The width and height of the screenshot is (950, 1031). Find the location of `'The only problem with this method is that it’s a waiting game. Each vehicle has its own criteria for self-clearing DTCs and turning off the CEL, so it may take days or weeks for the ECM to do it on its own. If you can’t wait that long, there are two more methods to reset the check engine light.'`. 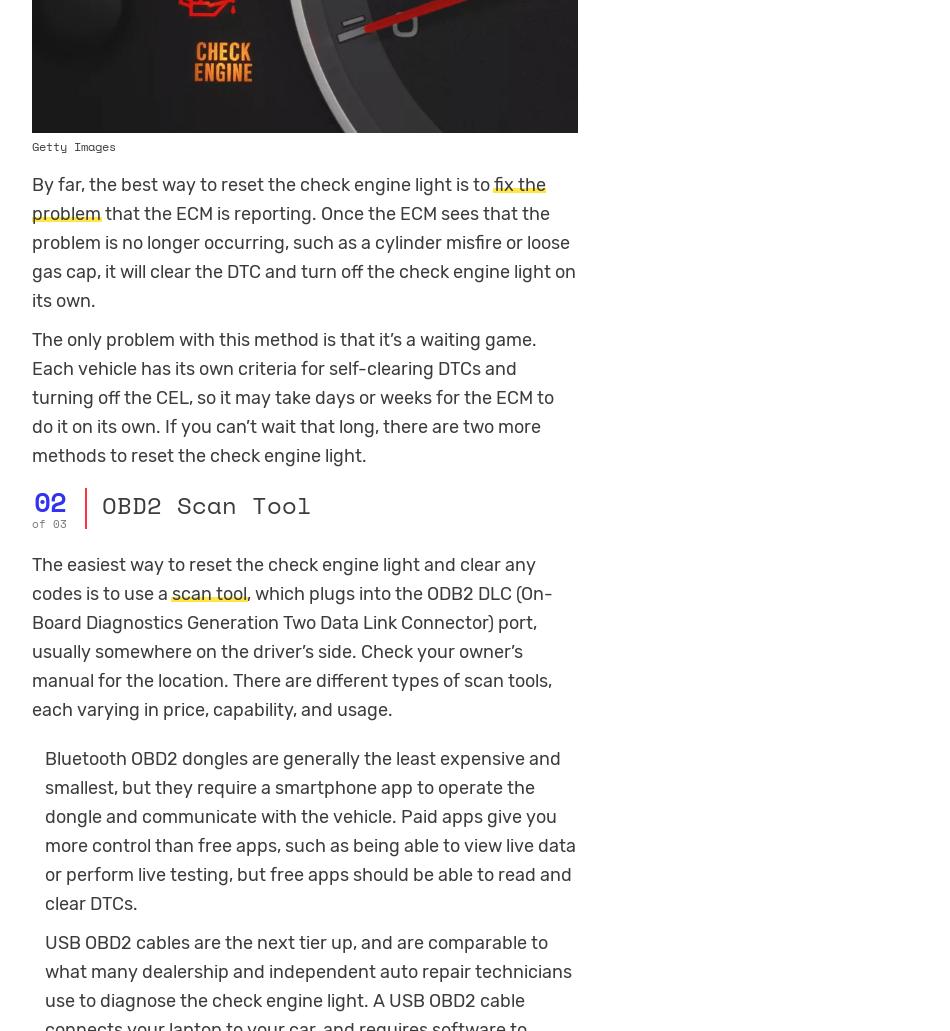

'The only problem with this method is that it’s a waiting game. Each vehicle has its own criteria for self-clearing DTCs and turning off the CEL, so it may take days or weeks for the ECM to do it on its own. If you can’t wait that long, there are two more methods to reset the check engine light.' is located at coordinates (291, 396).